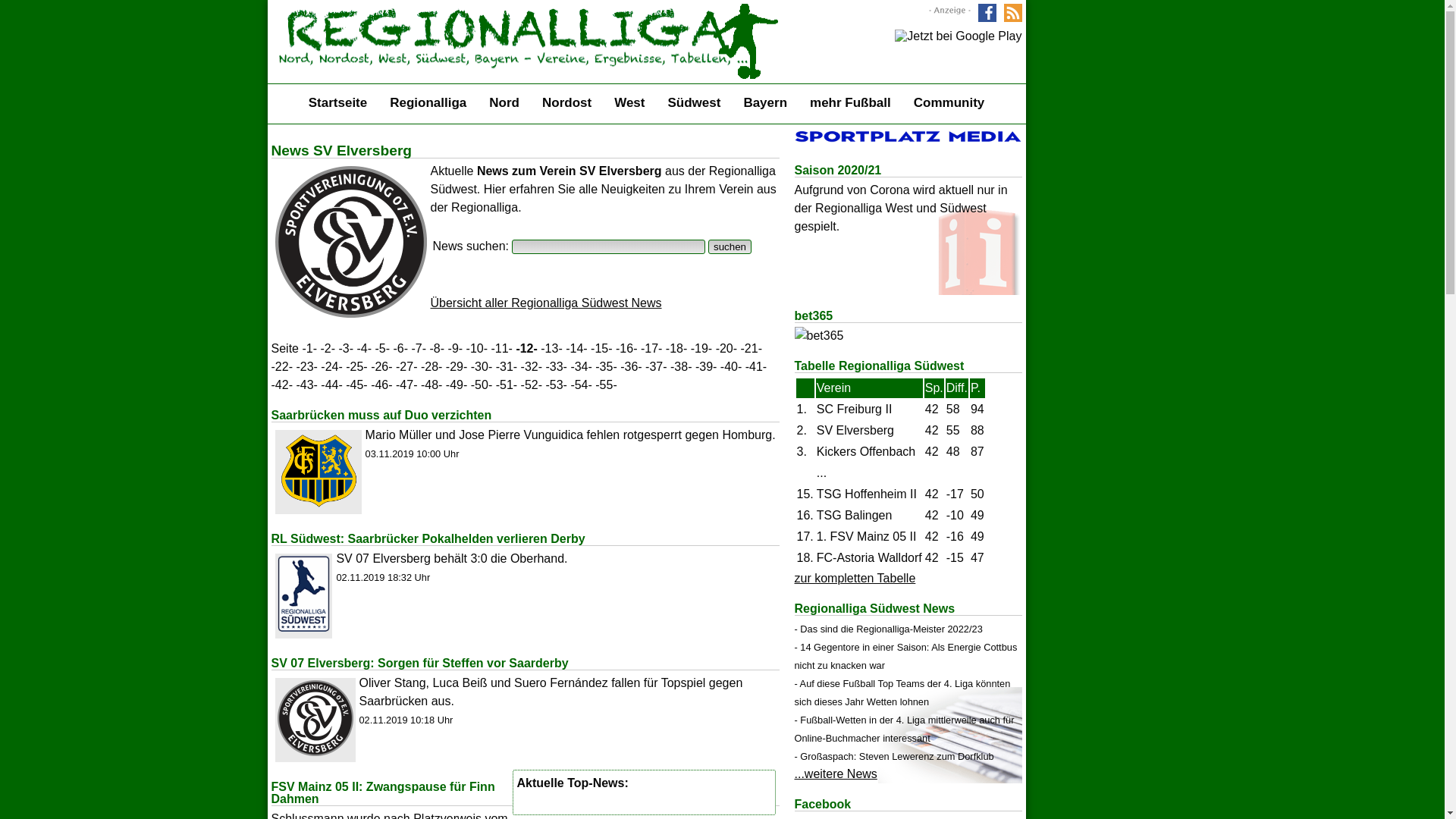 The height and width of the screenshot is (819, 1456). What do you see at coordinates (419, 348) in the screenshot?
I see `'-7-'` at bounding box center [419, 348].